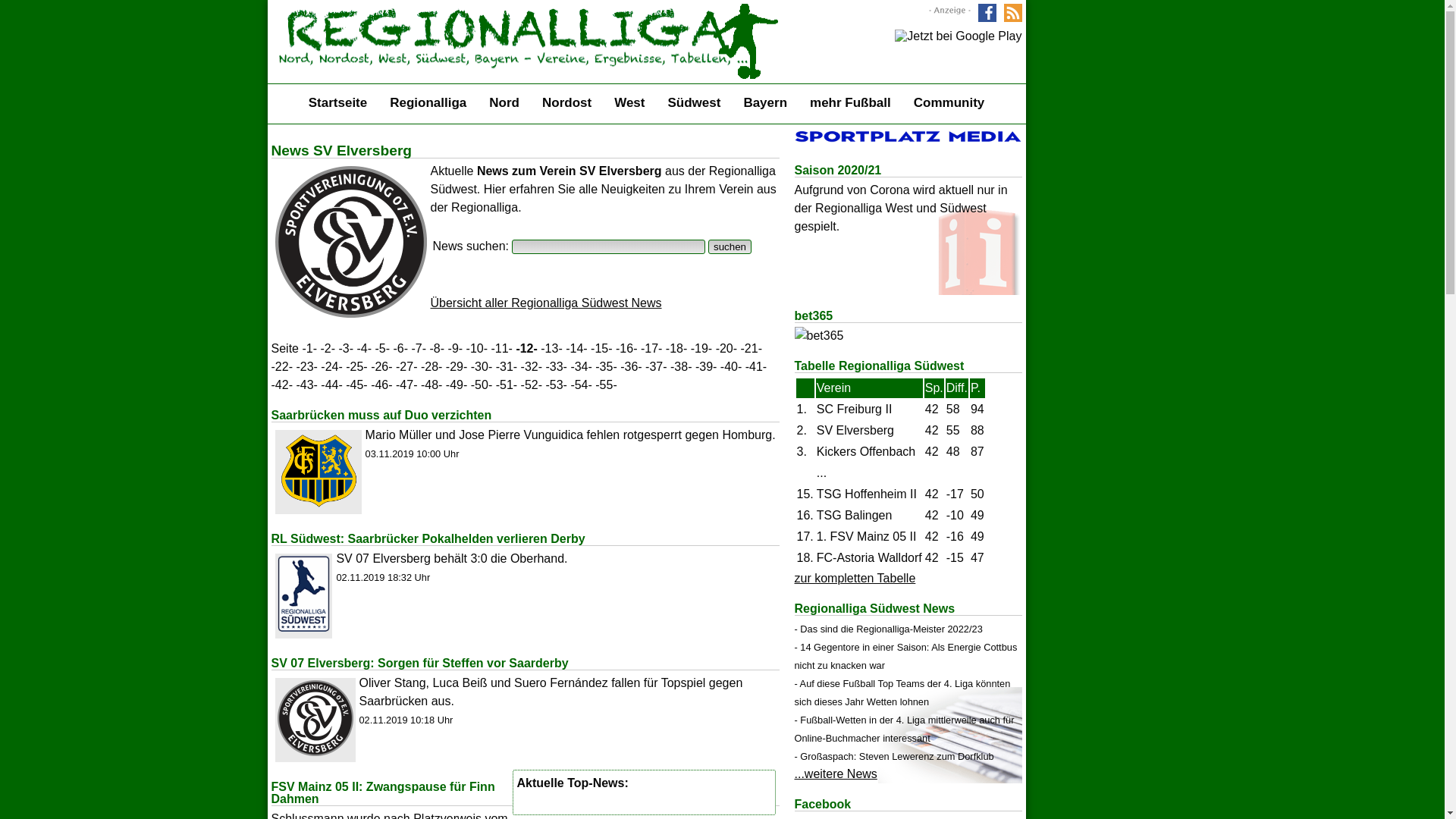 The height and width of the screenshot is (819, 1456). What do you see at coordinates (419, 348) in the screenshot?
I see `'-7-'` at bounding box center [419, 348].